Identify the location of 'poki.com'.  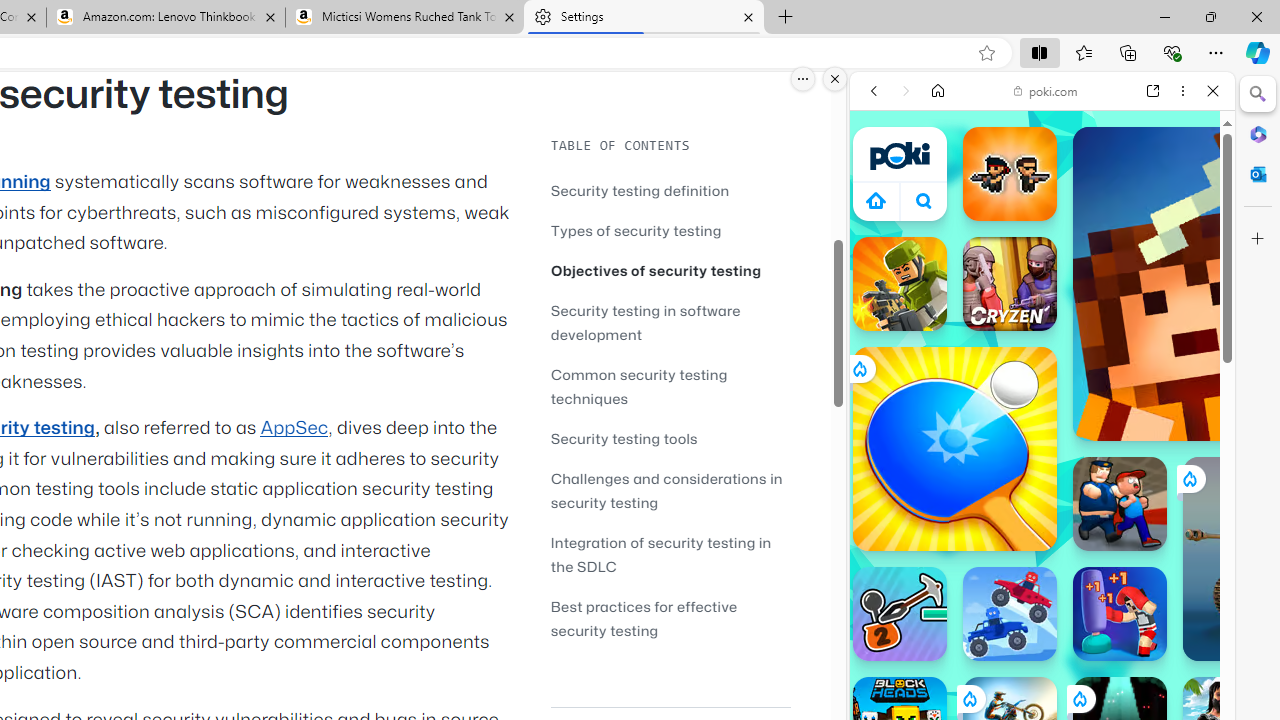
(1045, 91).